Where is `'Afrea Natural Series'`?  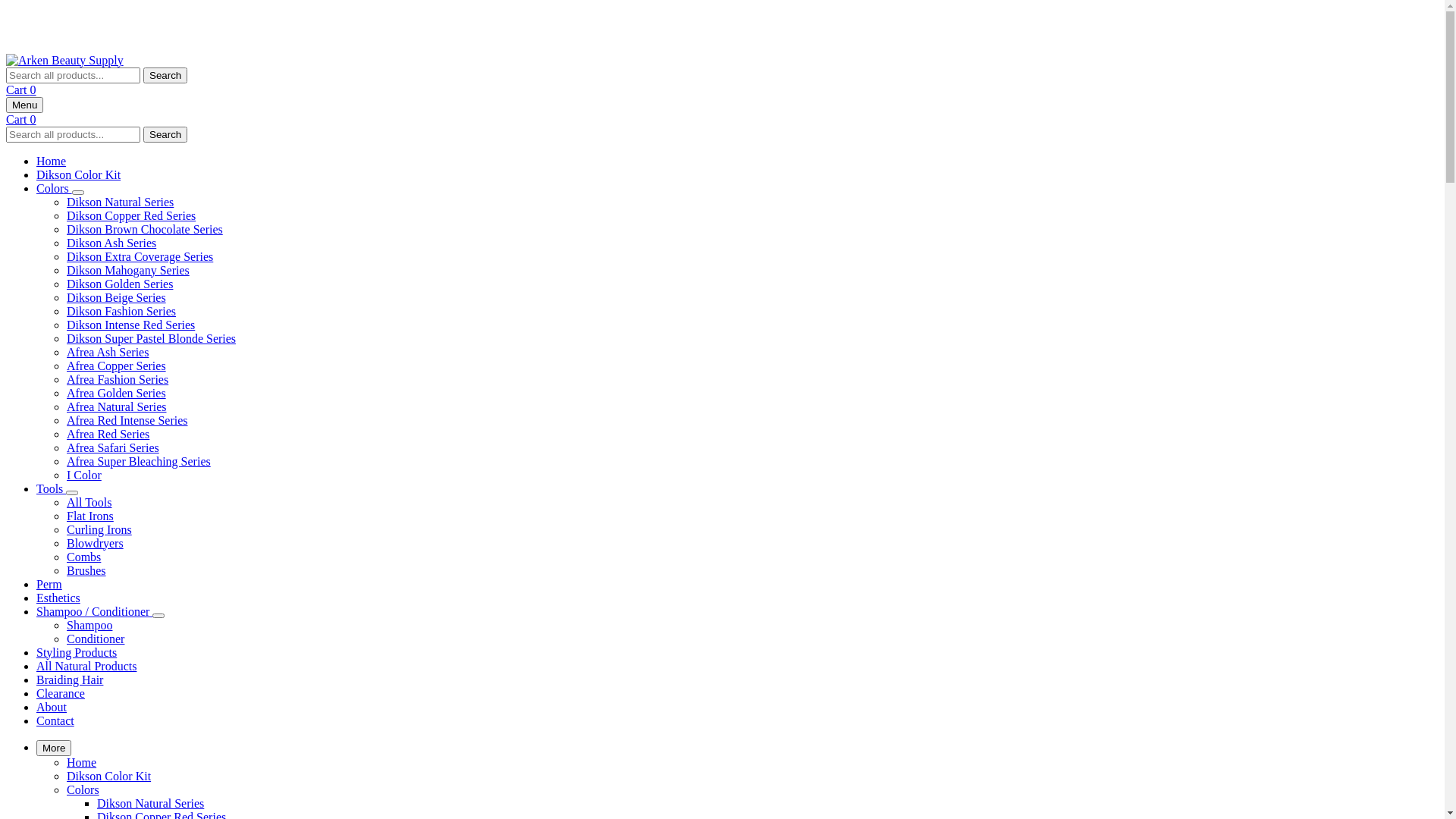
'Afrea Natural Series' is located at coordinates (115, 406).